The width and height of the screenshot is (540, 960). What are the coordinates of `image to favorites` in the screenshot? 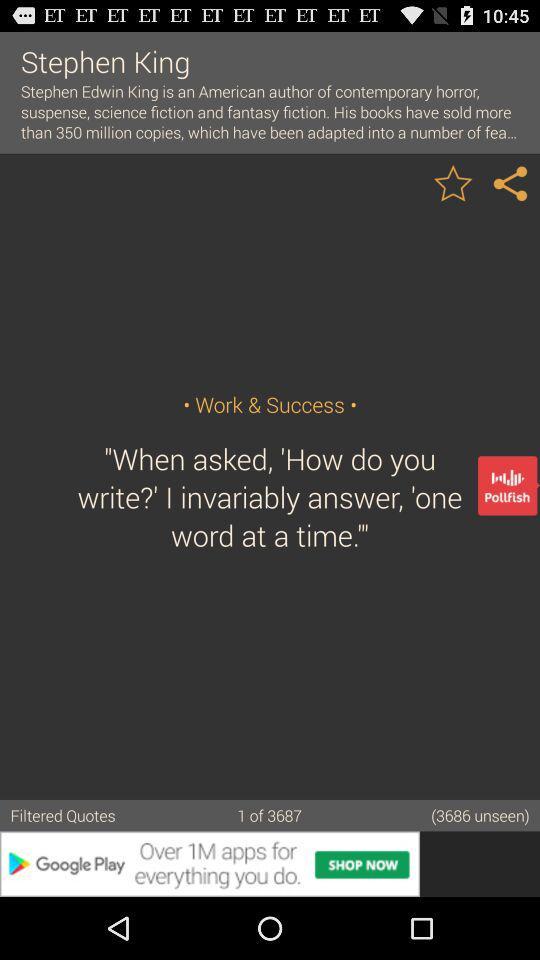 It's located at (453, 182).